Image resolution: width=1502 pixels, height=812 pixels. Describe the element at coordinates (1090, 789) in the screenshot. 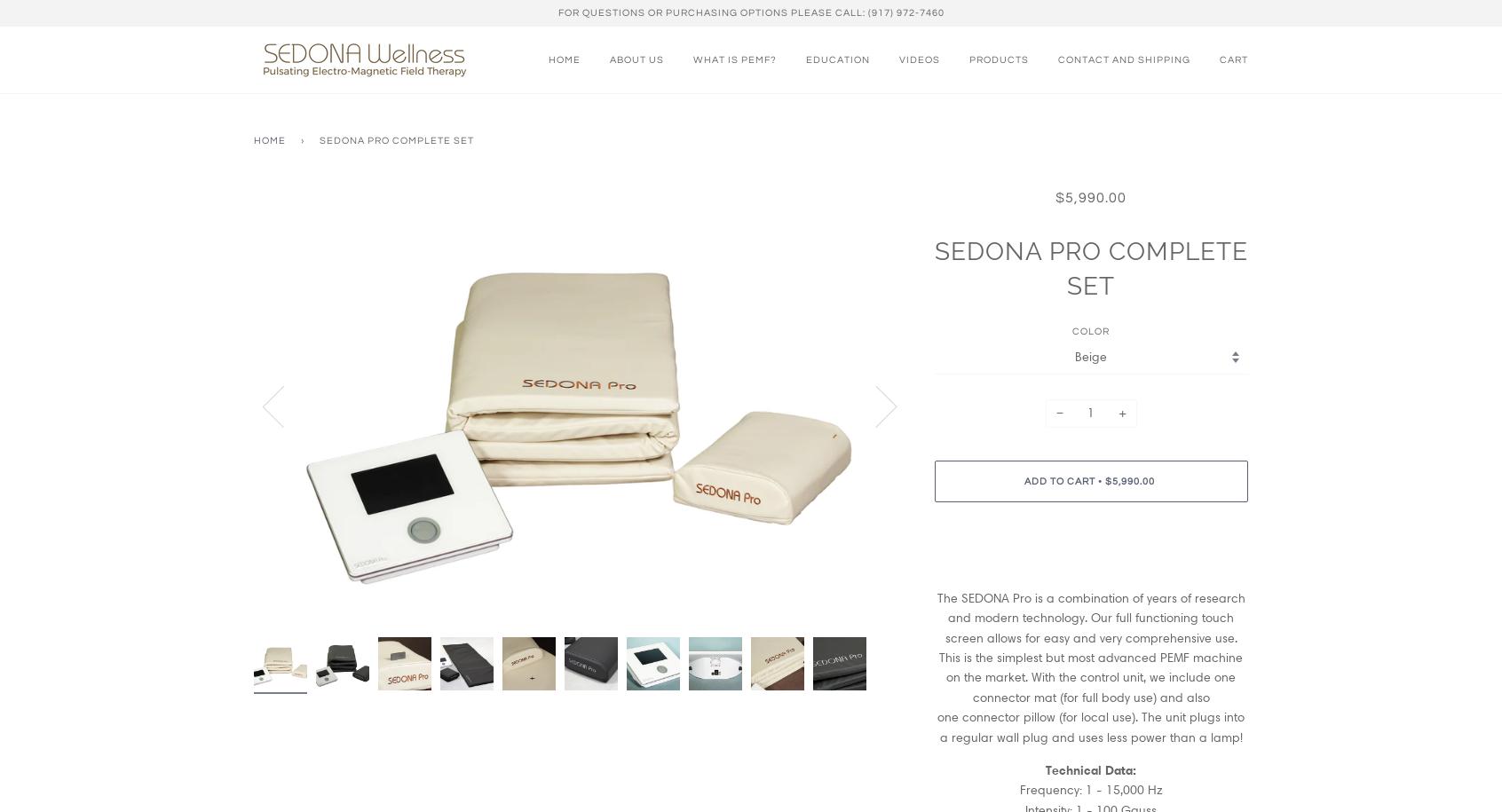

I see `'Frequency: 1 - 15,000 Hz'` at that location.